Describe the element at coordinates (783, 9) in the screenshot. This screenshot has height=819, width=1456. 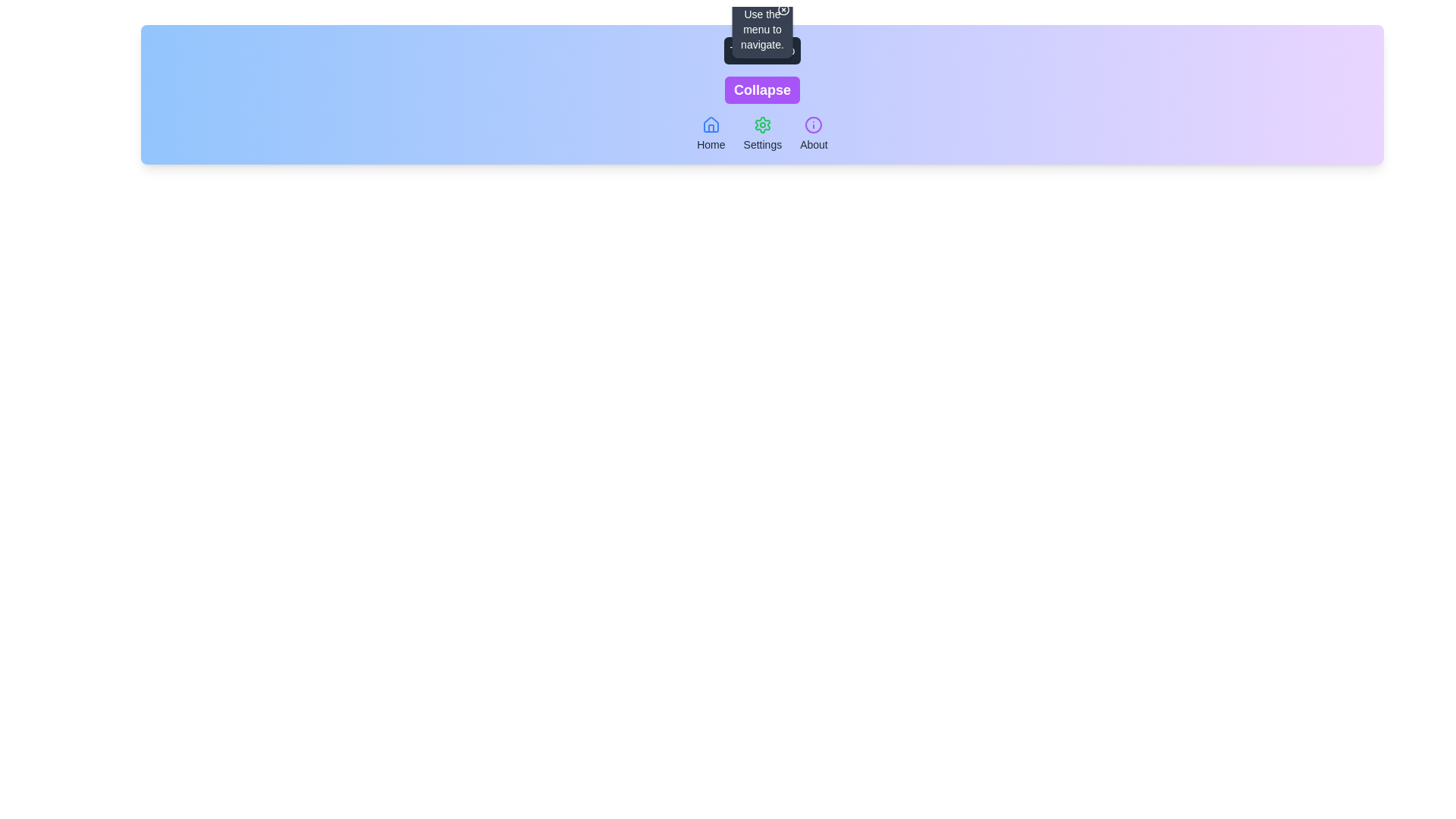
I see `the close icon in the top-right corner of the tooltip that contains the message 'Use the menu to navigate'` at that location.